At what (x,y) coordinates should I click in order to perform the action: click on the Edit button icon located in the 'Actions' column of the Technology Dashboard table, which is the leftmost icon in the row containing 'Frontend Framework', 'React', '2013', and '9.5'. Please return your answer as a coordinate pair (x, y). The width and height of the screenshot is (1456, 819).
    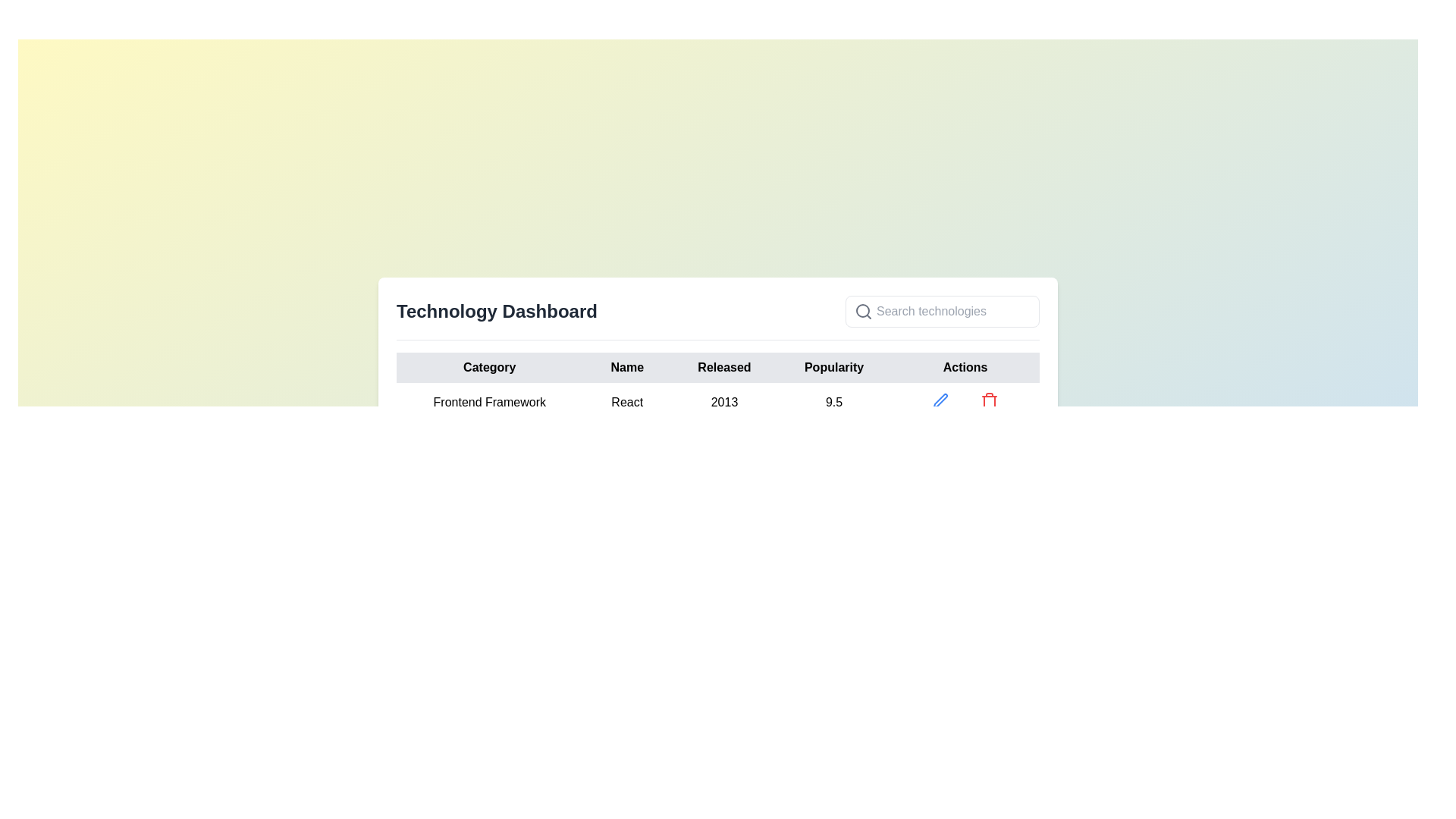
    Looking at the image, I should click on (940, 400).